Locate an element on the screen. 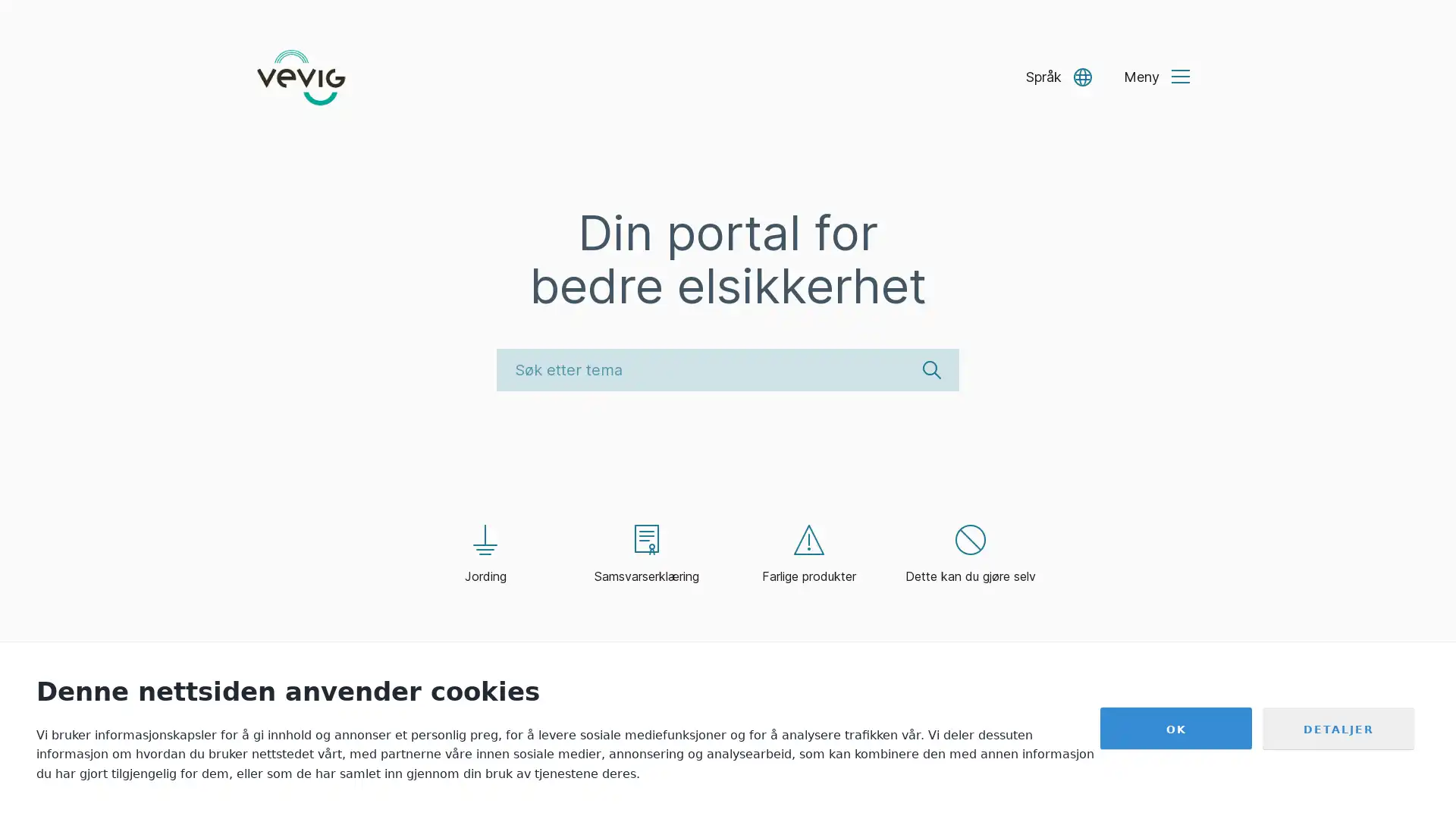 The width and height of the screenshot is (1456, 819). Meny is located at coordinates (1156, 77).